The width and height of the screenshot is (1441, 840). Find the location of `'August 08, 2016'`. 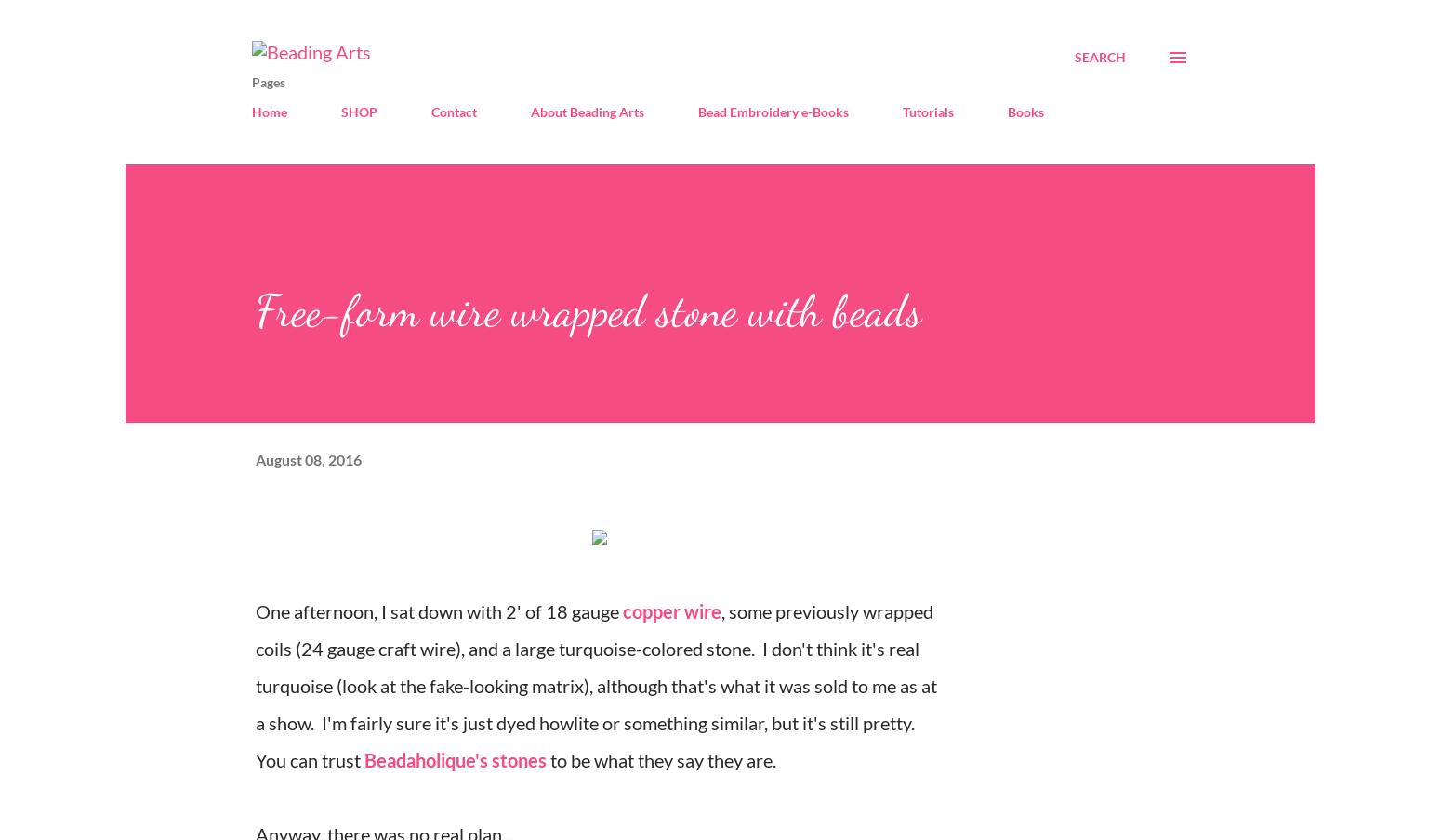

'August 08, 2016' is located at coordinates (308, 457).